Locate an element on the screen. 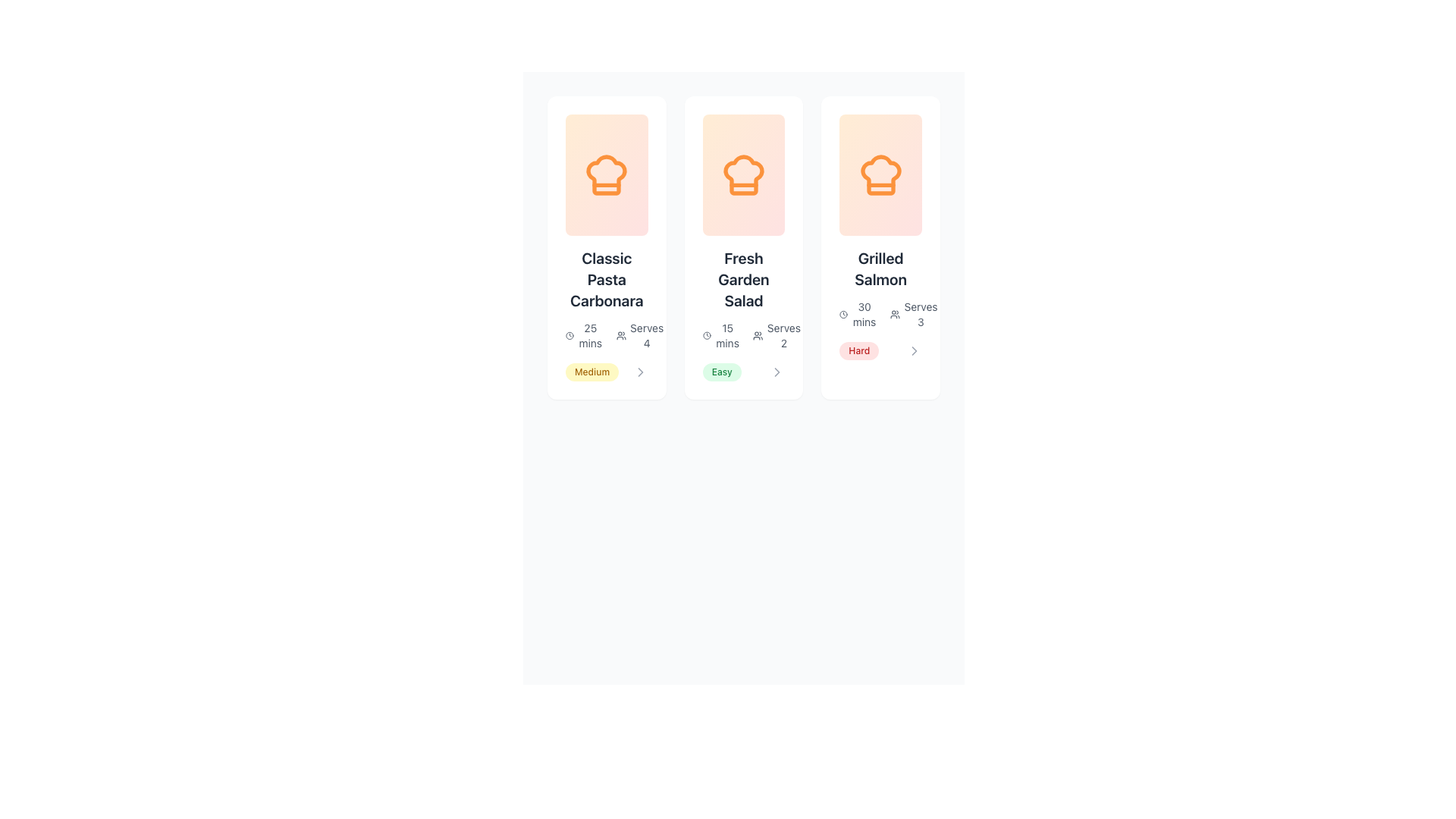 This screenshot has height=819, width=1456. to select the card titled 'Fresh Garden Salad', which is the second card in a three-column grid layout and features an orange chef hat icon along with details about the dish is located at coordinates (743, 247).